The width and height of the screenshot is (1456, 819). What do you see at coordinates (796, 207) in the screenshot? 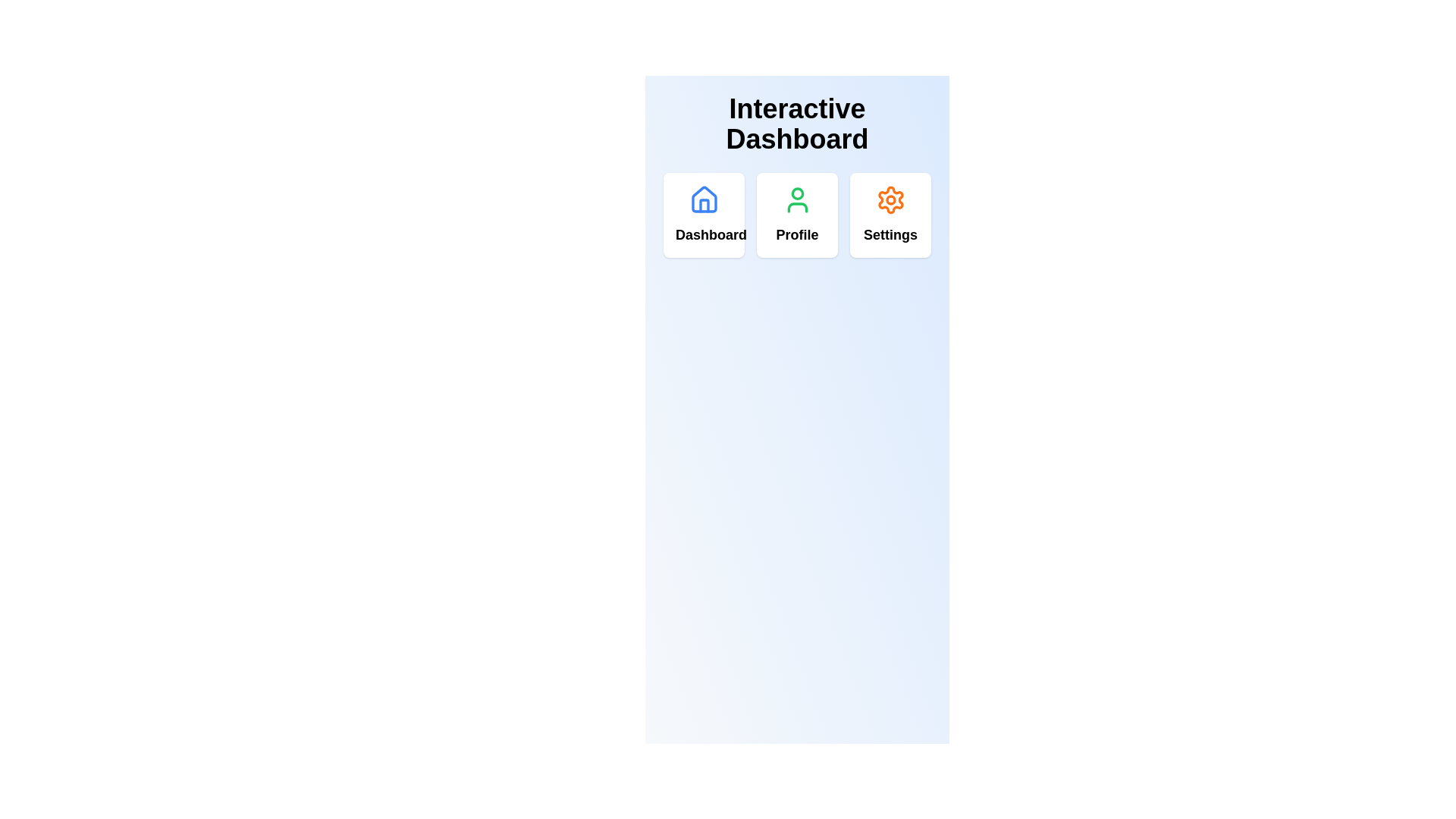
I see `the lower component of the user icon's torso outline in the Profile section` at bounding box center [796, 207].